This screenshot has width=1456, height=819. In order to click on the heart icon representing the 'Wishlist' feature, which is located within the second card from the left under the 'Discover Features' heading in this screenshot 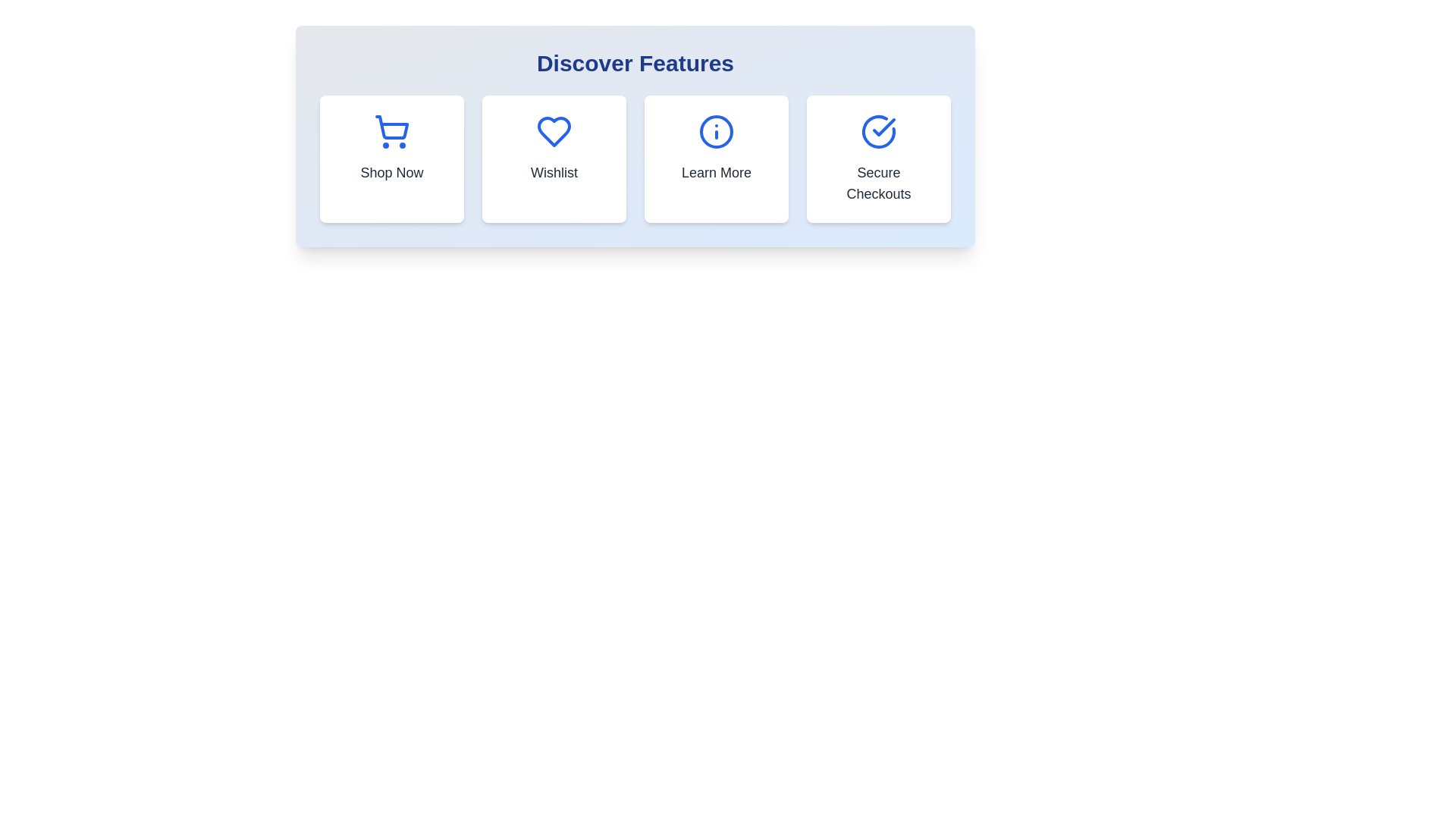, I will do `click(553, 130)`.